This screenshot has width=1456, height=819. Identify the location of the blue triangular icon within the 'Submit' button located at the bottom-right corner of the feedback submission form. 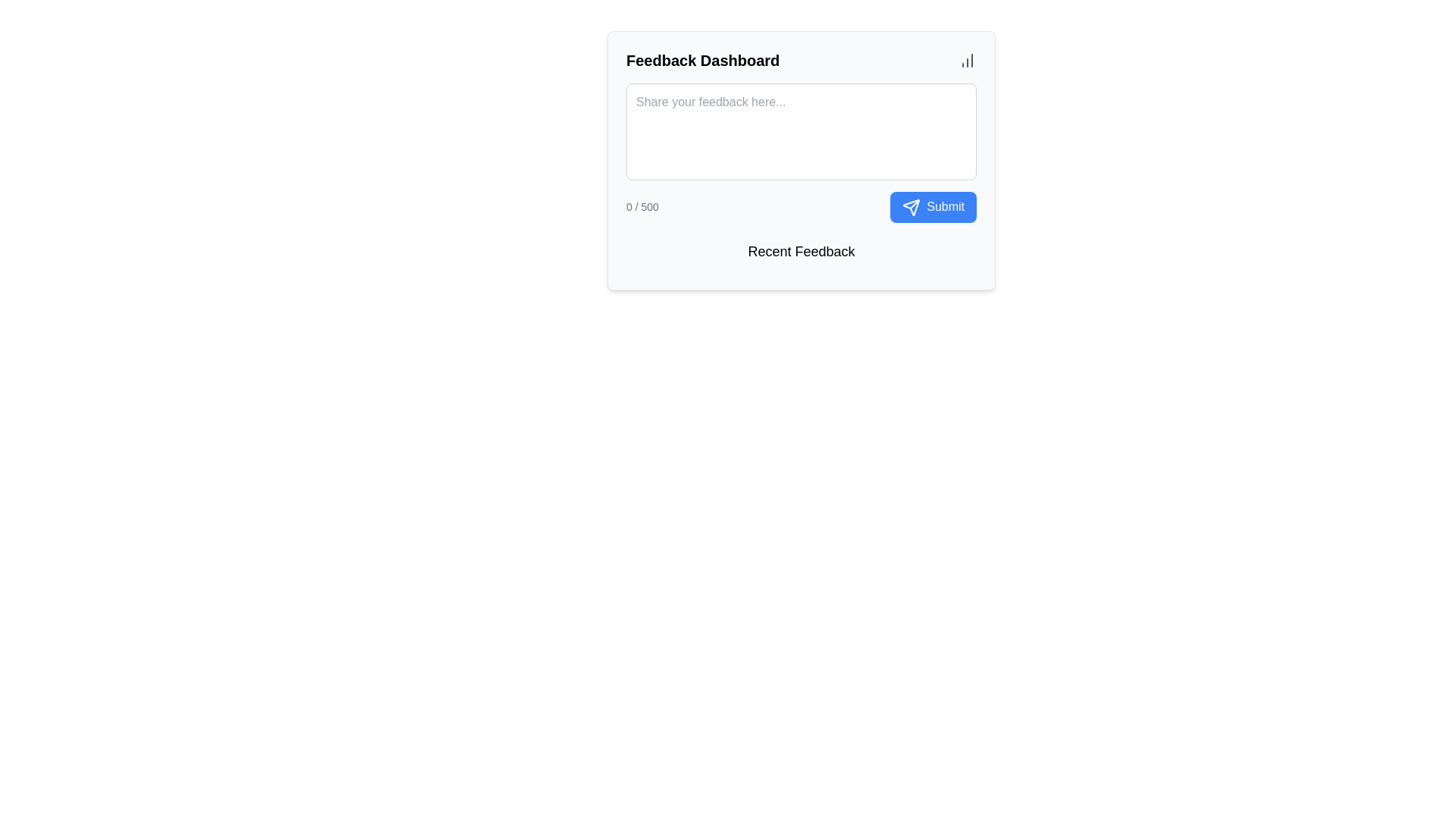
(911, 207).